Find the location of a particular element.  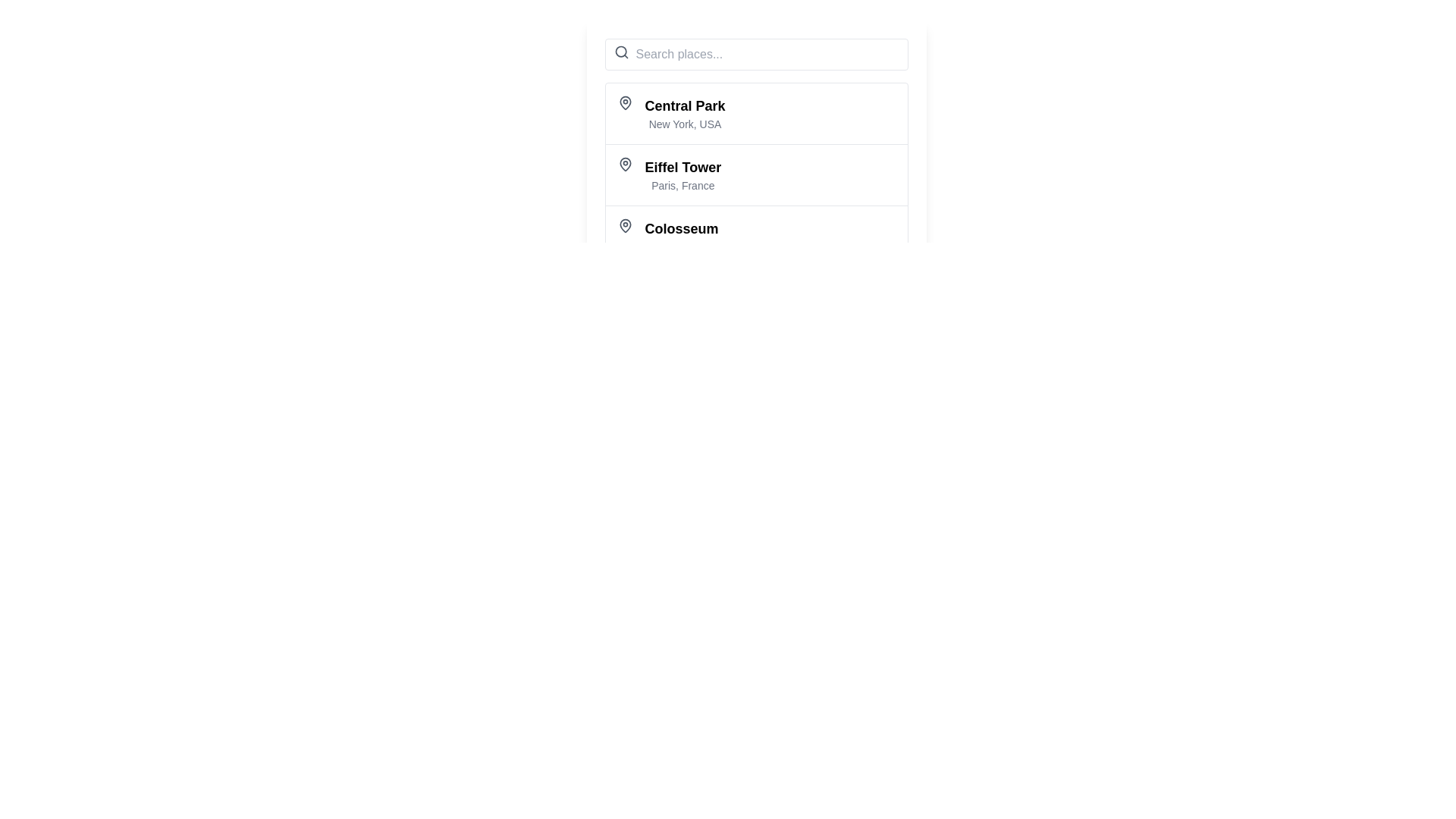

the third item in the vertical list of destination names in the text display area is located at coordinates (680, 237).